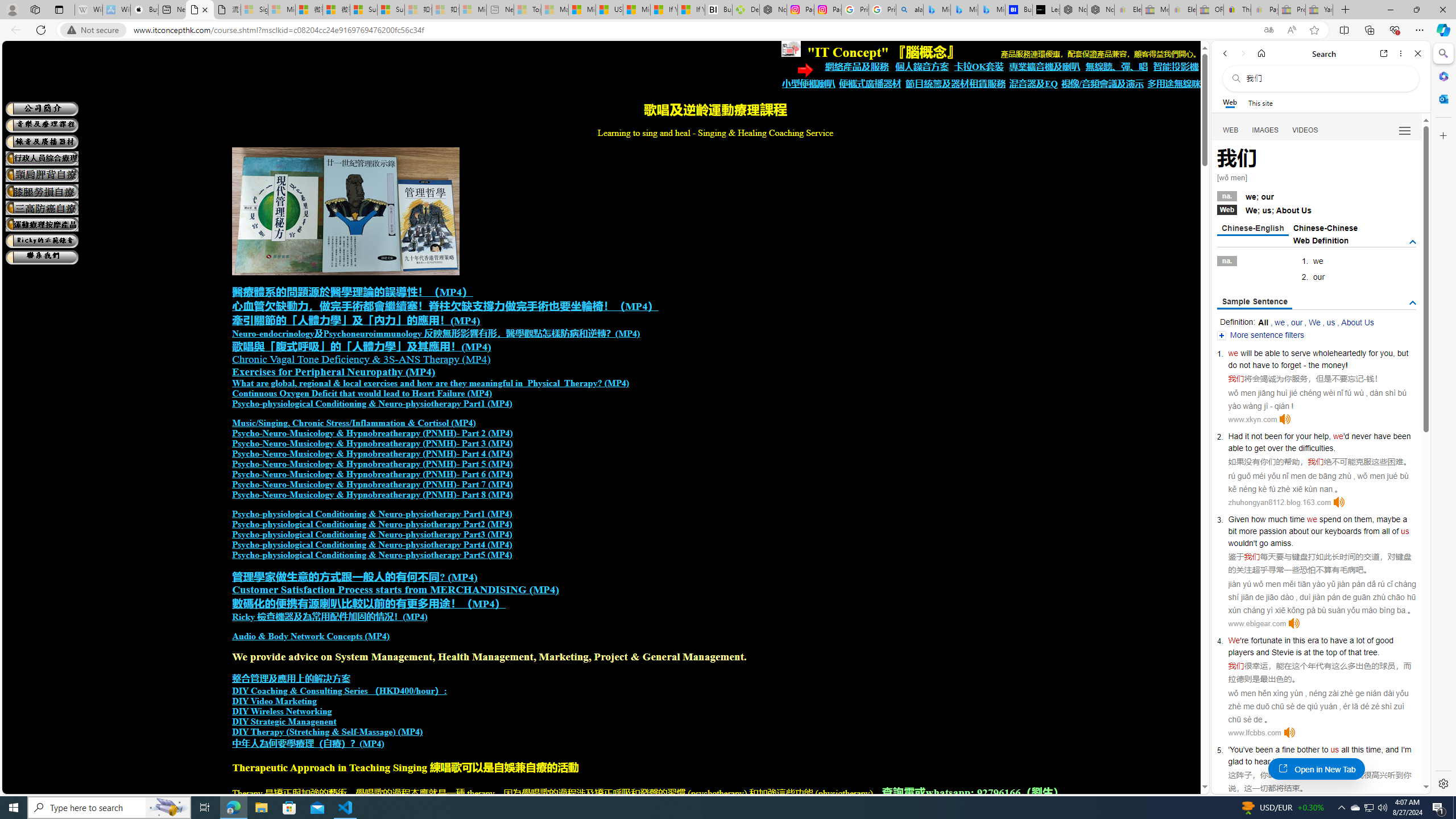 This screenshot has height=819, width=1456. What do you see at coordinates (1277, 749) in the screenshot?
I see `'a'` at bounding box center [1277, 749].